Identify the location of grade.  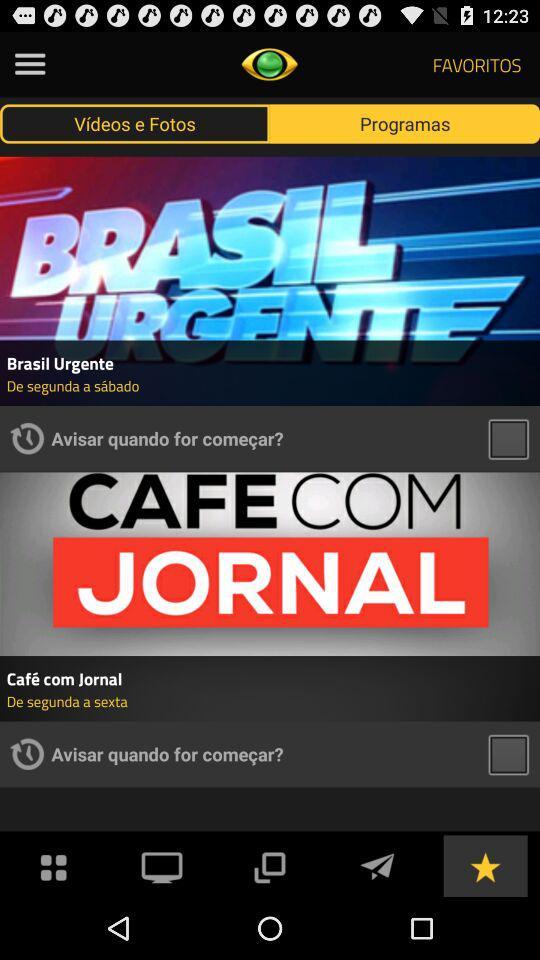
(484, 864).